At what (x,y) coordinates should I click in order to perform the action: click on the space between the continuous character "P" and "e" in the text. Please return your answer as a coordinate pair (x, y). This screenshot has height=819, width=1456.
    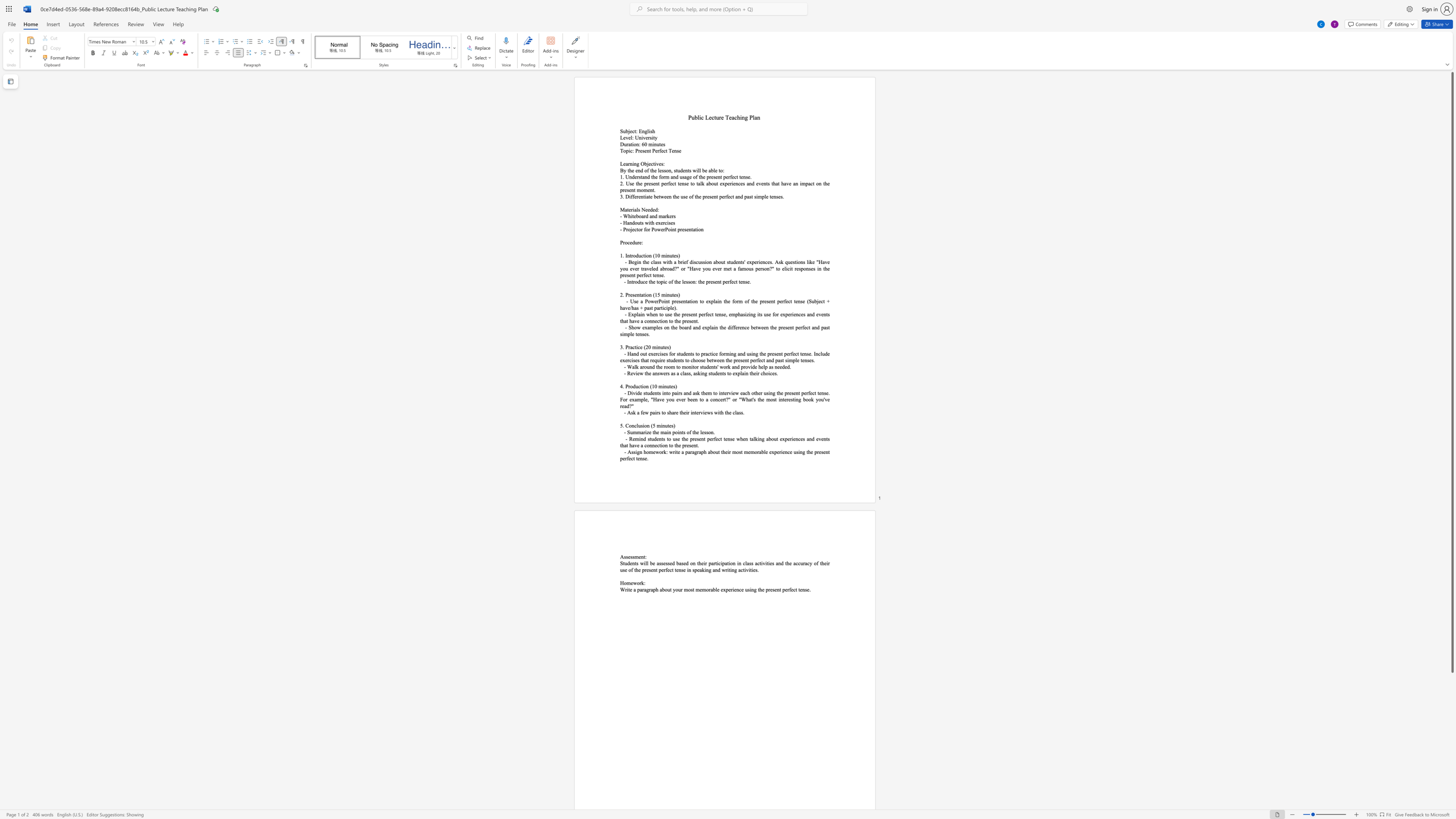
    Looking at the image, I should click on (654, 150).